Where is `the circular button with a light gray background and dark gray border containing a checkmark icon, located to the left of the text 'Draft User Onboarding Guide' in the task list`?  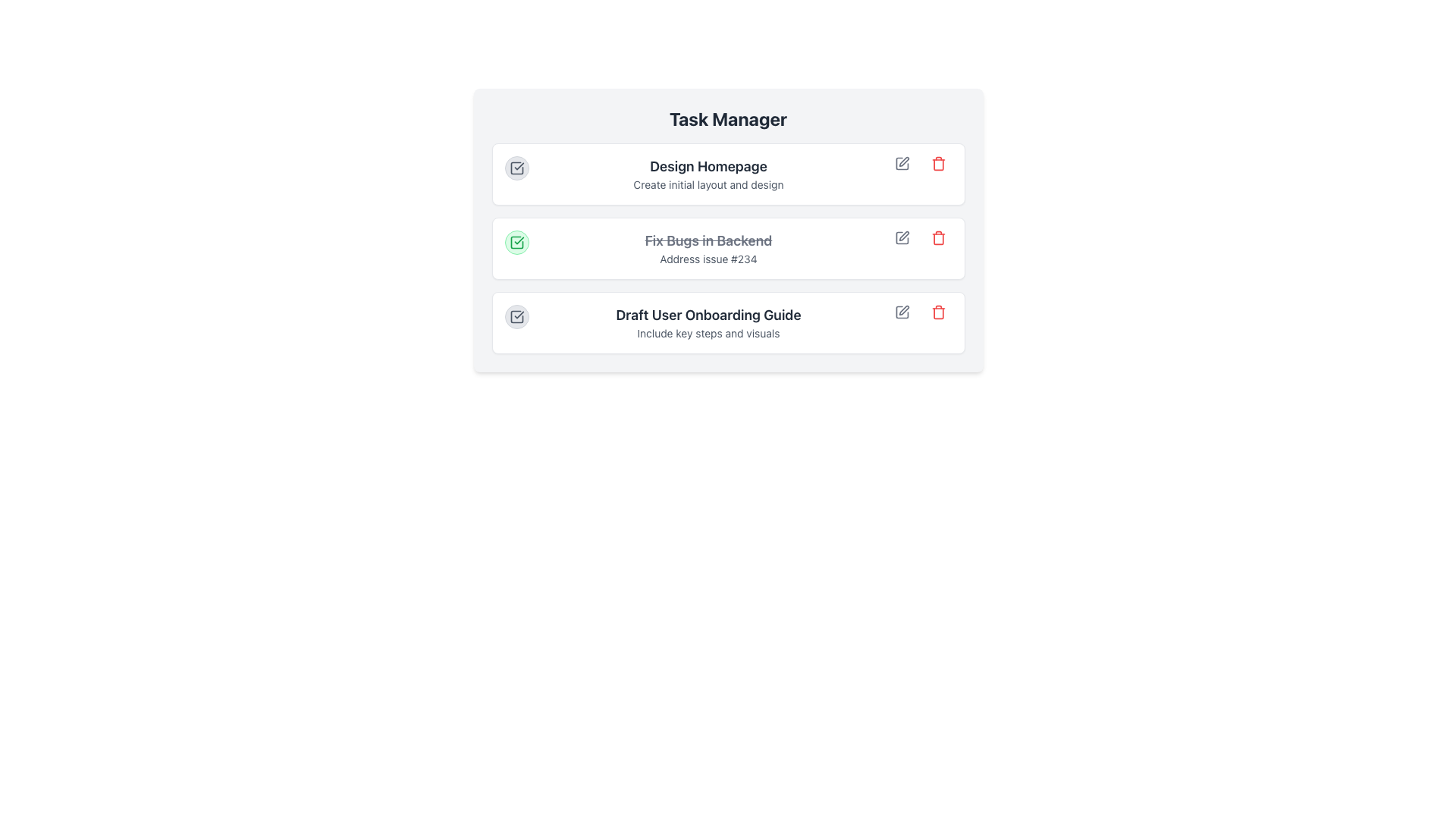
the circular button with a light gray background and dark gray border containing a checkmark icon, located to the left of the text 'Draft User Onboarding Guide' in the task list is located at coordinates (516, 315).